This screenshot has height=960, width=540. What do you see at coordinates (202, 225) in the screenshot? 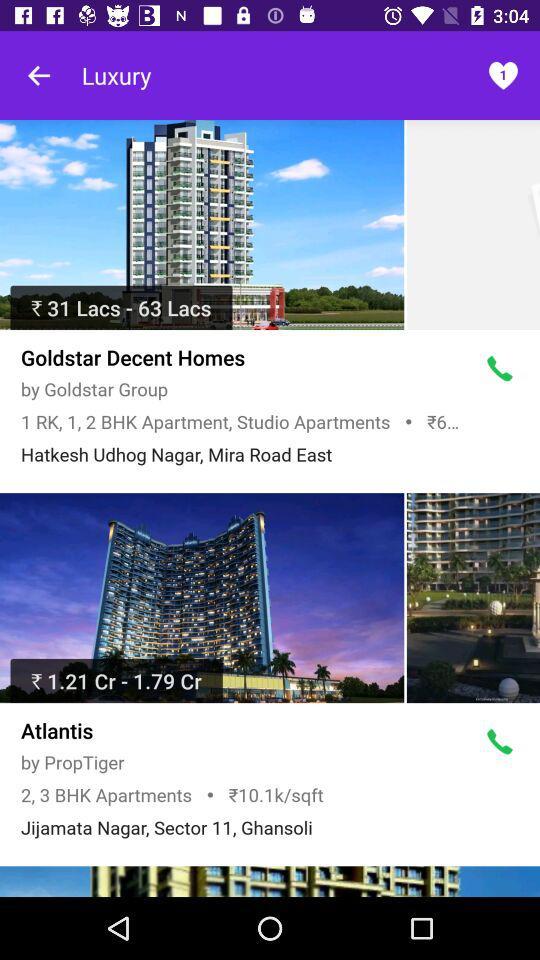
I see `hotel details` at bounding box center [202, 225].